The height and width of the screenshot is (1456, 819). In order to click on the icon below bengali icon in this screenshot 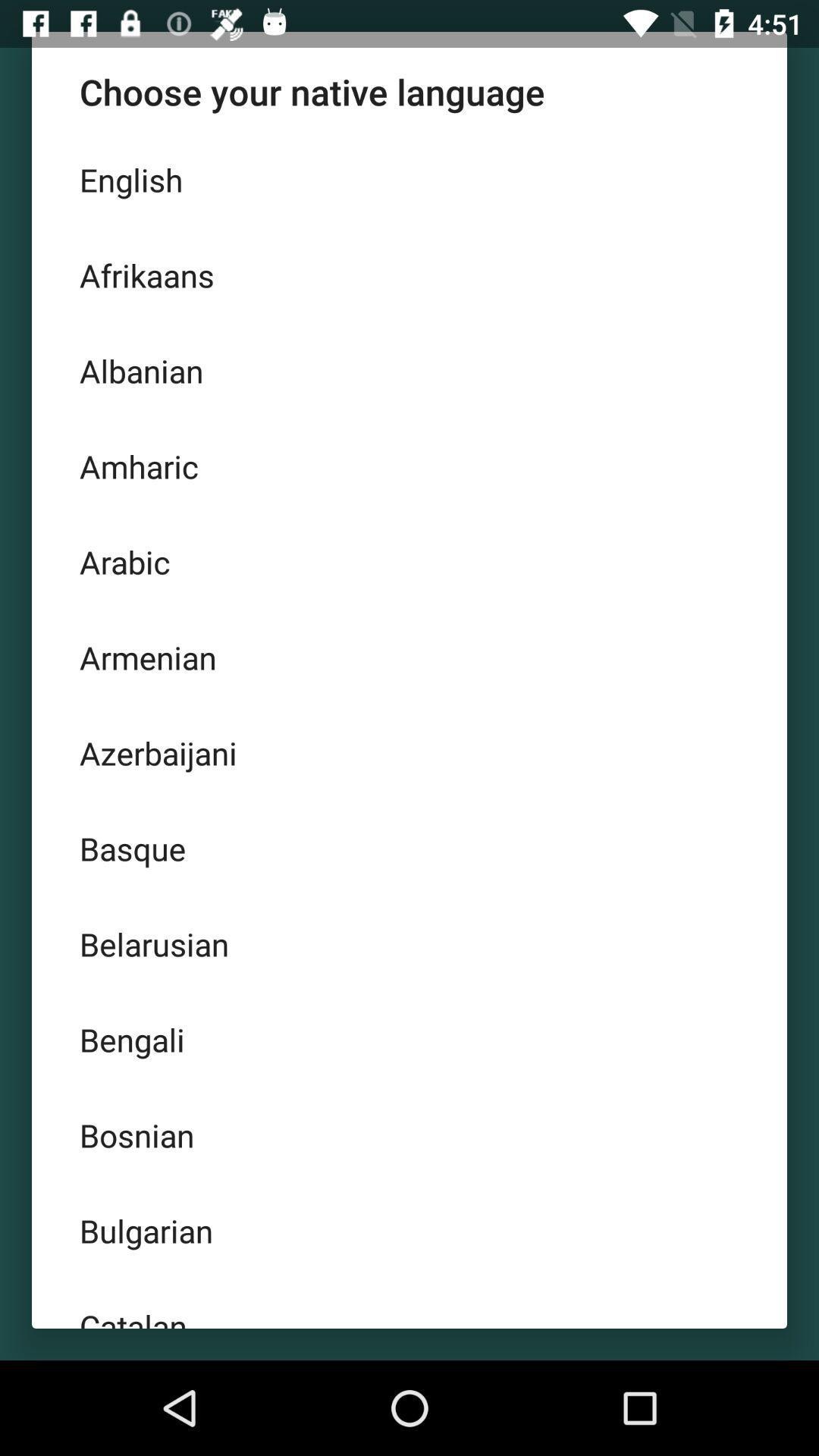, I will do `click(409, 1135)`.